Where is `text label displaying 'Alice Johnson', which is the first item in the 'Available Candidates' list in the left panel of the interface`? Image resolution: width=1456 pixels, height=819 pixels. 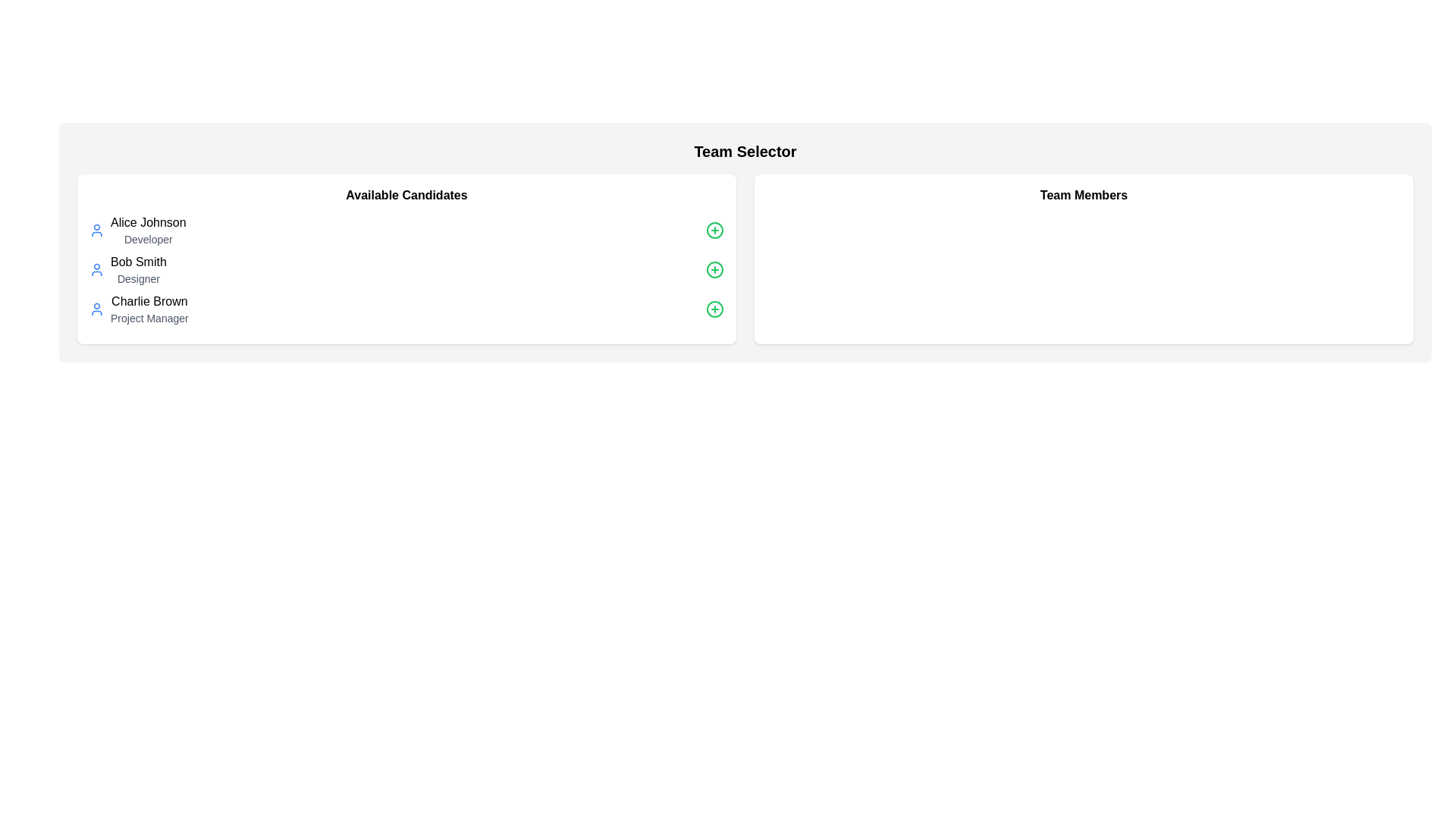 text label displaying 'Alice Johnson', which is the first item in the 'Available Candidates' list in the left panel of the interface is located at coordinates (148, 222).